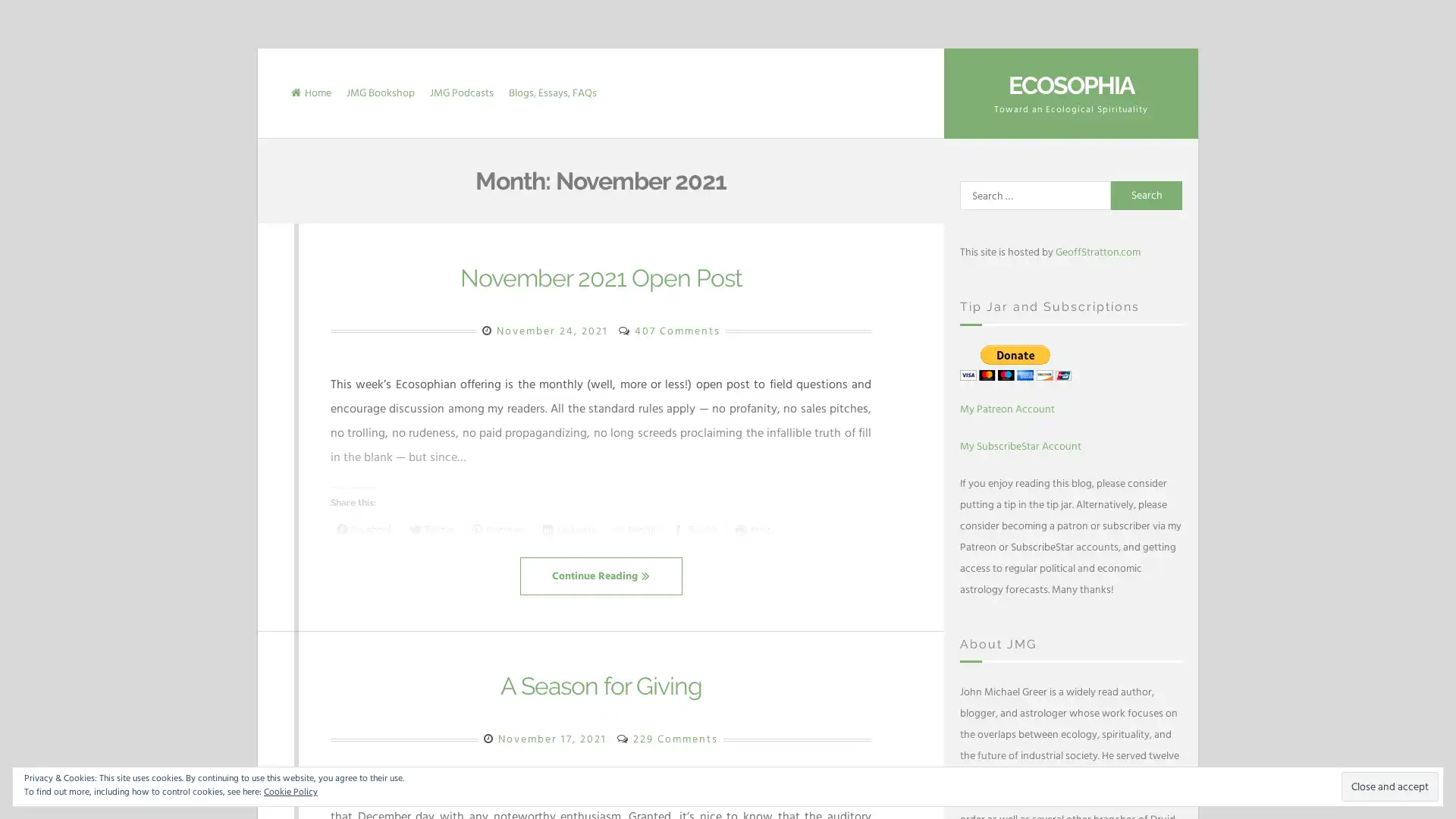  Describe the element at coordinates (1390, 786) in the screenshot. I see `Close and accept` at that location.